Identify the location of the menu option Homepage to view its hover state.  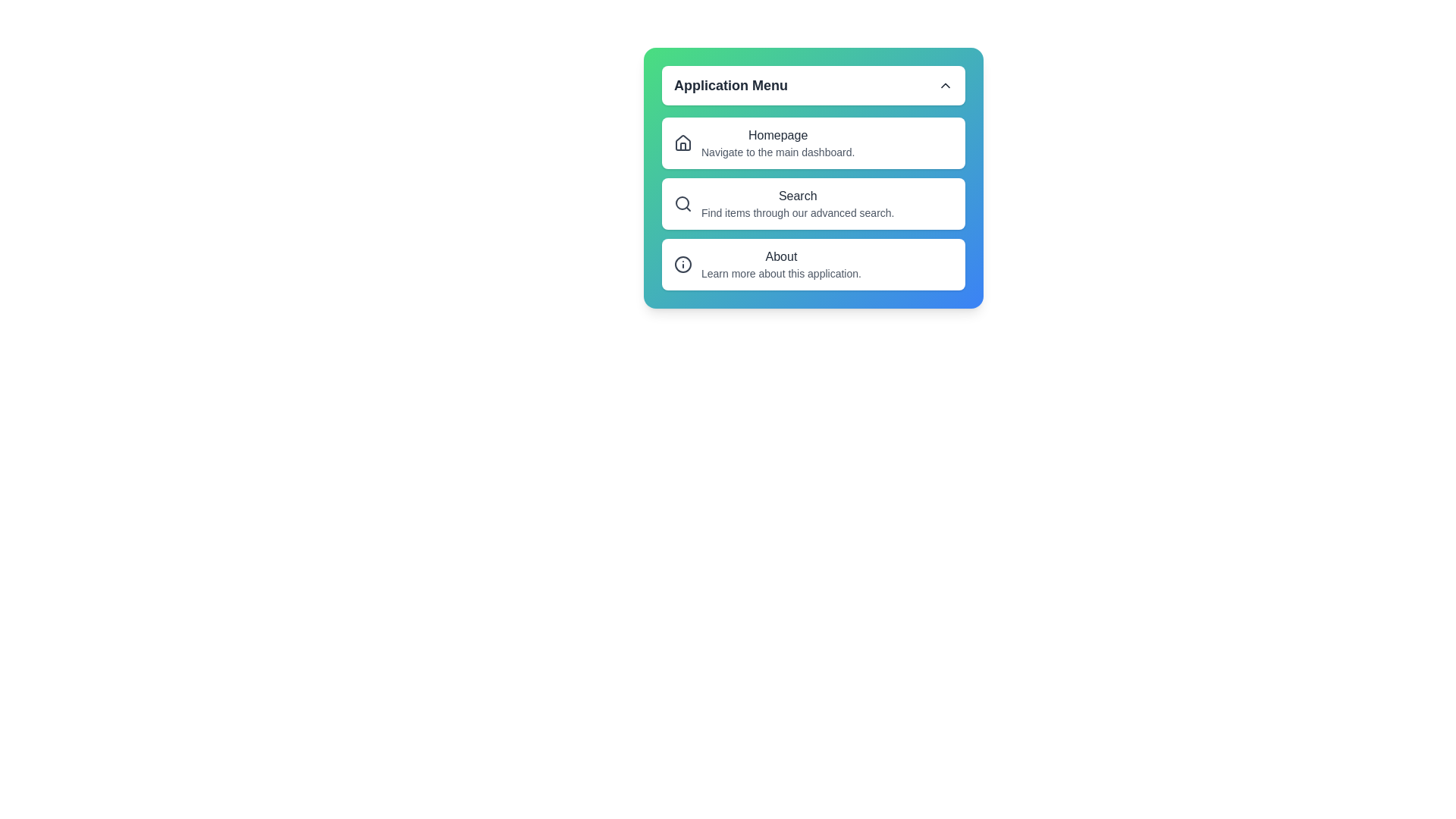
(813, 143).